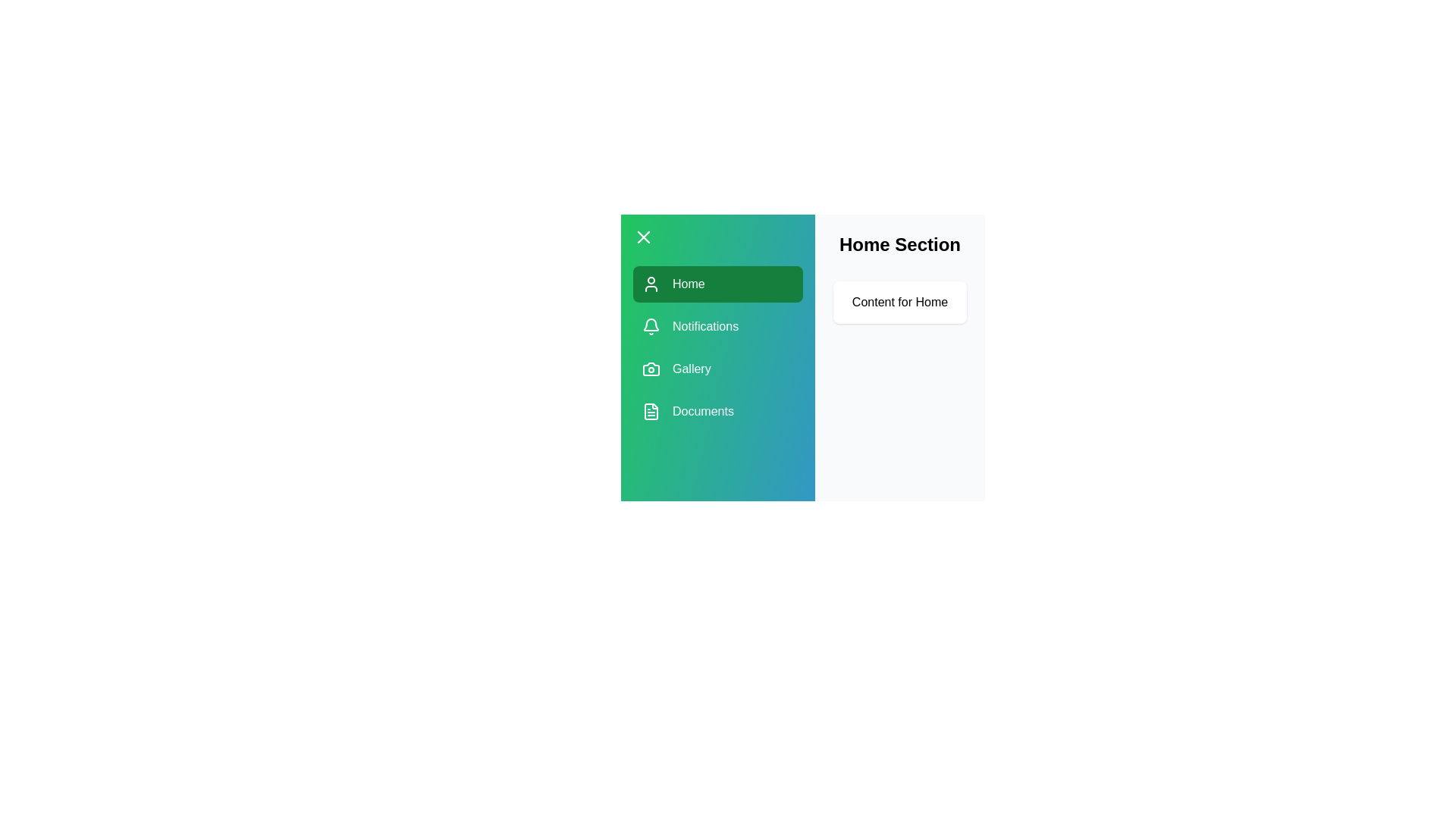 The image size is (1456, 819). Describe the element at coordinates (717, 369) in the screenshot. I see `the tab Gallery from the drawer` at that location.